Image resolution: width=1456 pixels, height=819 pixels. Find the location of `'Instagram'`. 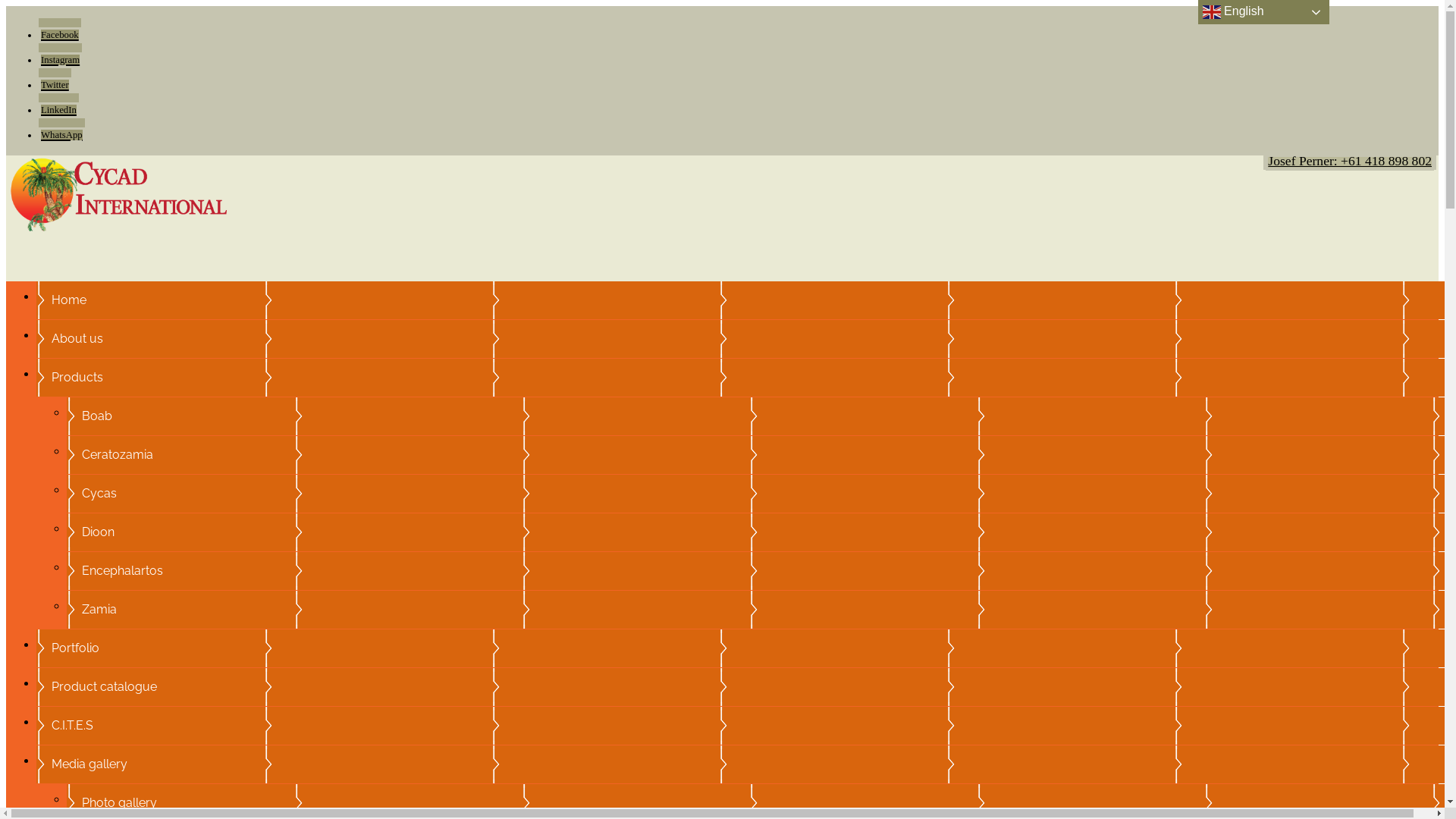

'Instagram' is located at coordinates (60, 55).